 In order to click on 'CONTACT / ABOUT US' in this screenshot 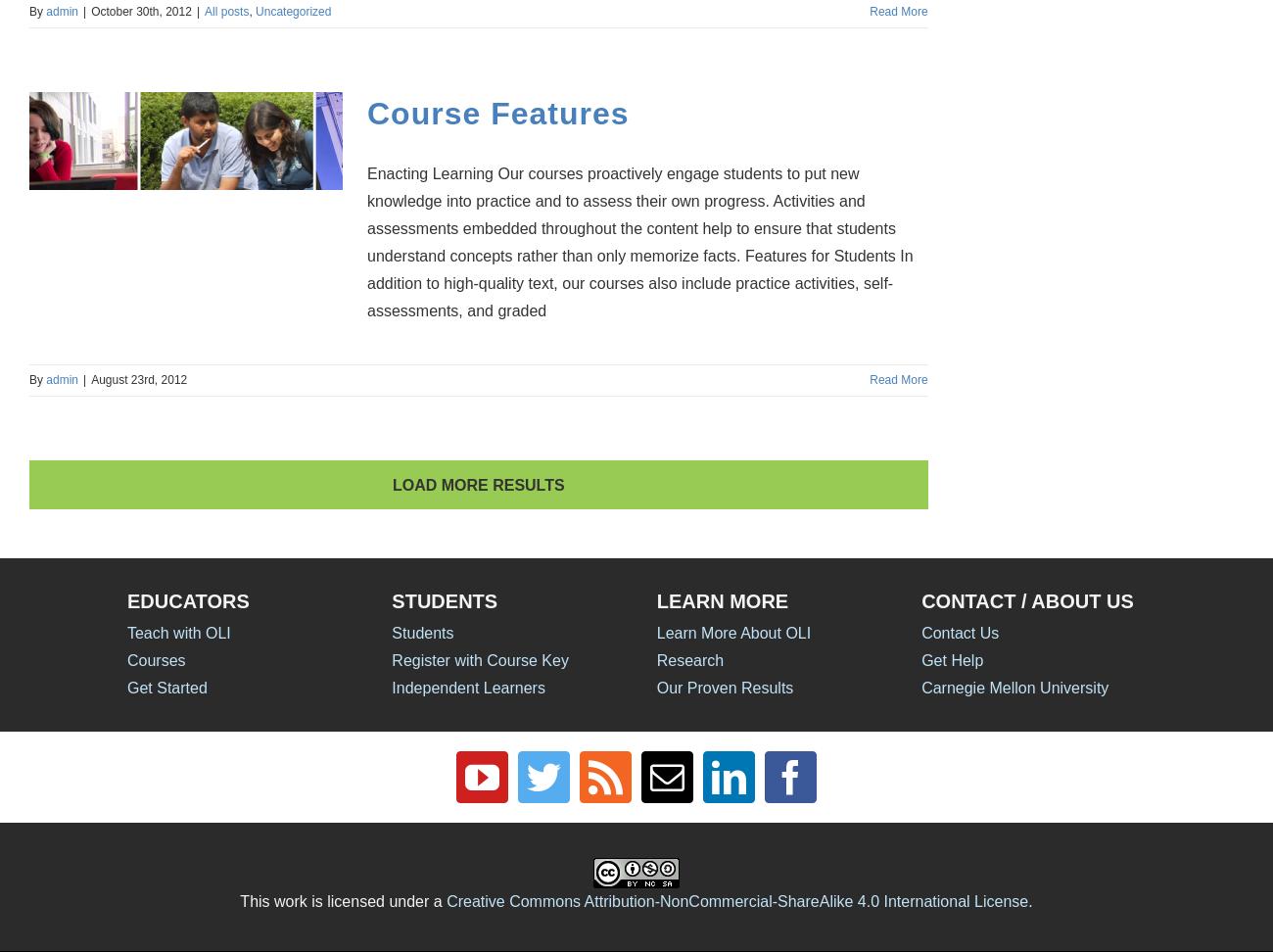, I will do `click(1026, 600)`.